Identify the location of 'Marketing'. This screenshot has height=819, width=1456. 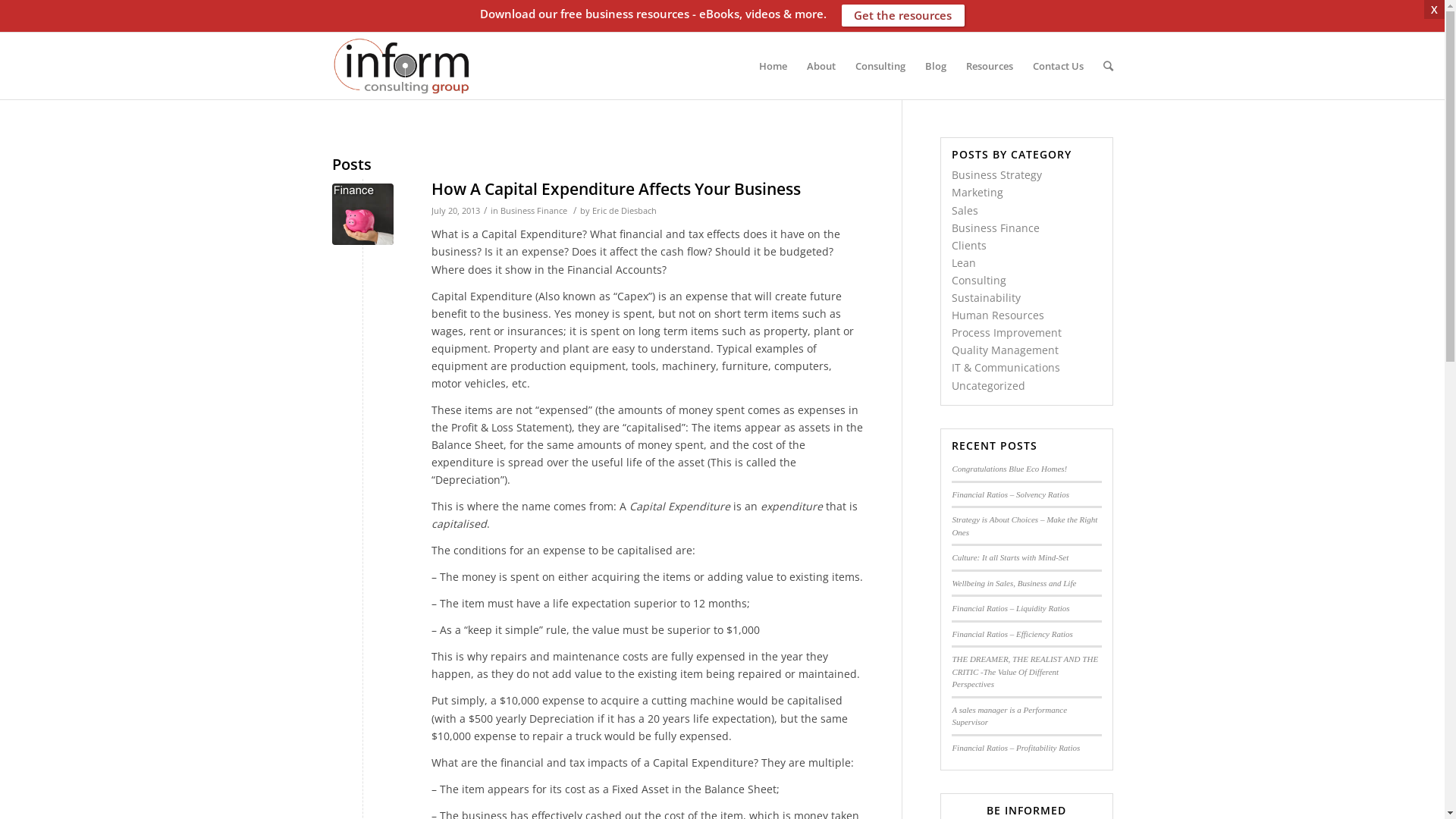
(977, 191).